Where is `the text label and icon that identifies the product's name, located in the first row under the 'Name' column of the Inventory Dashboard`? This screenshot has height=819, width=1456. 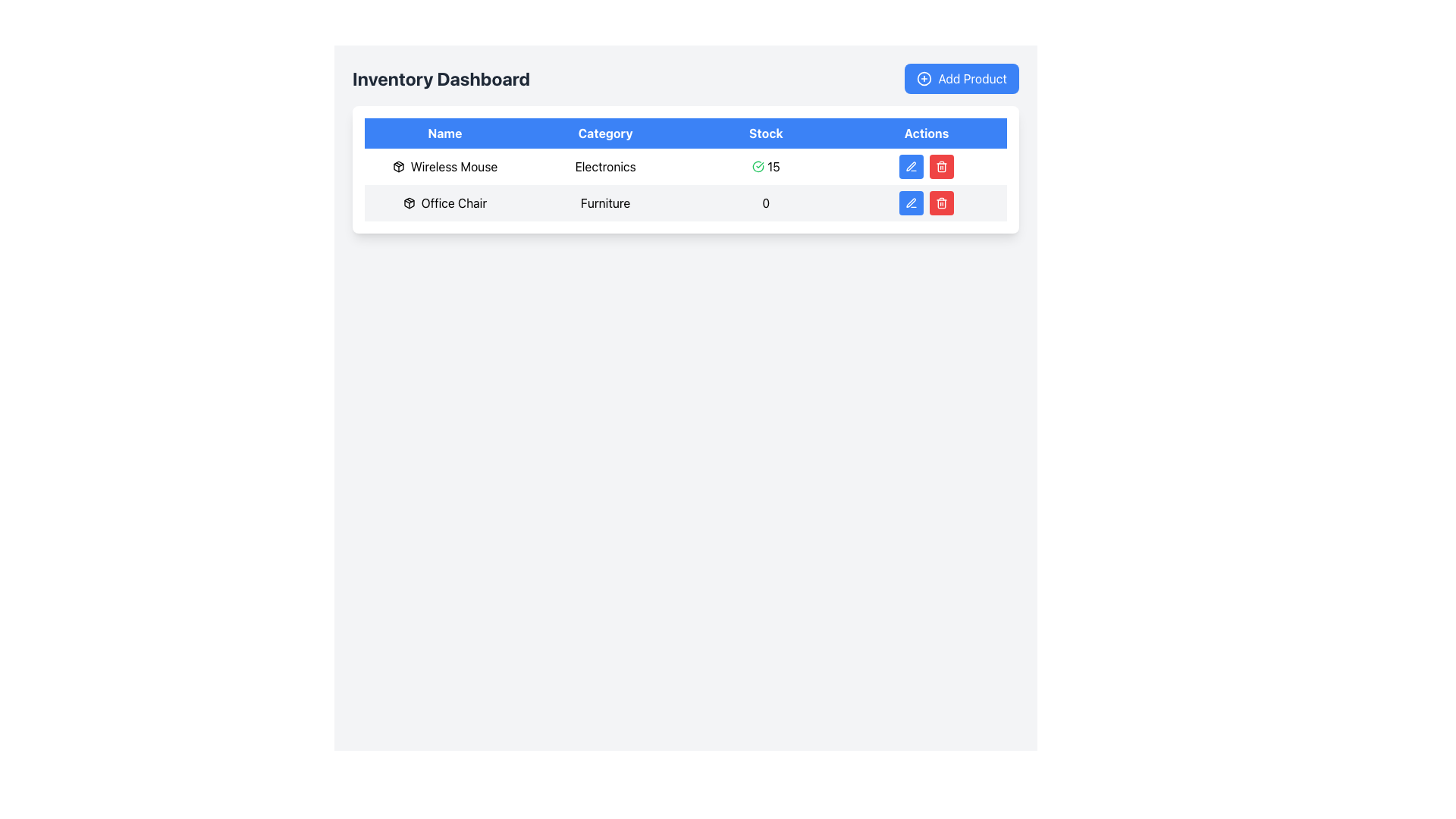
the text label and icon that identifies the product's name, located in the first row under the 'Name' column of the Inventory Dashboard is located at coordinates (444, 166).